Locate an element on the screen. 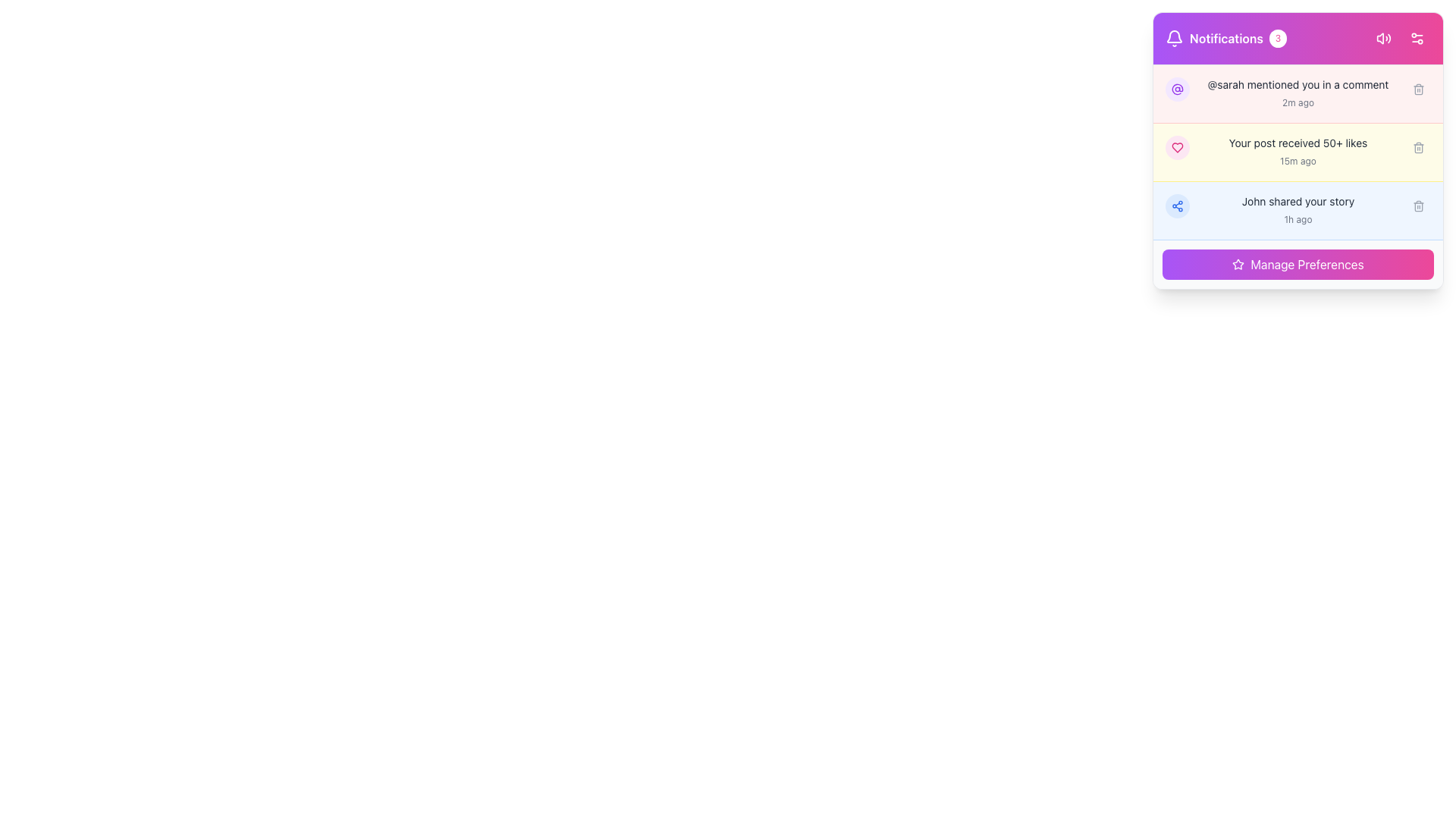  the Notification Indicator, which is a bell icon with a badge displaying unread notifications, located in the header of the notification panel is located at coordinates (1226, 37).